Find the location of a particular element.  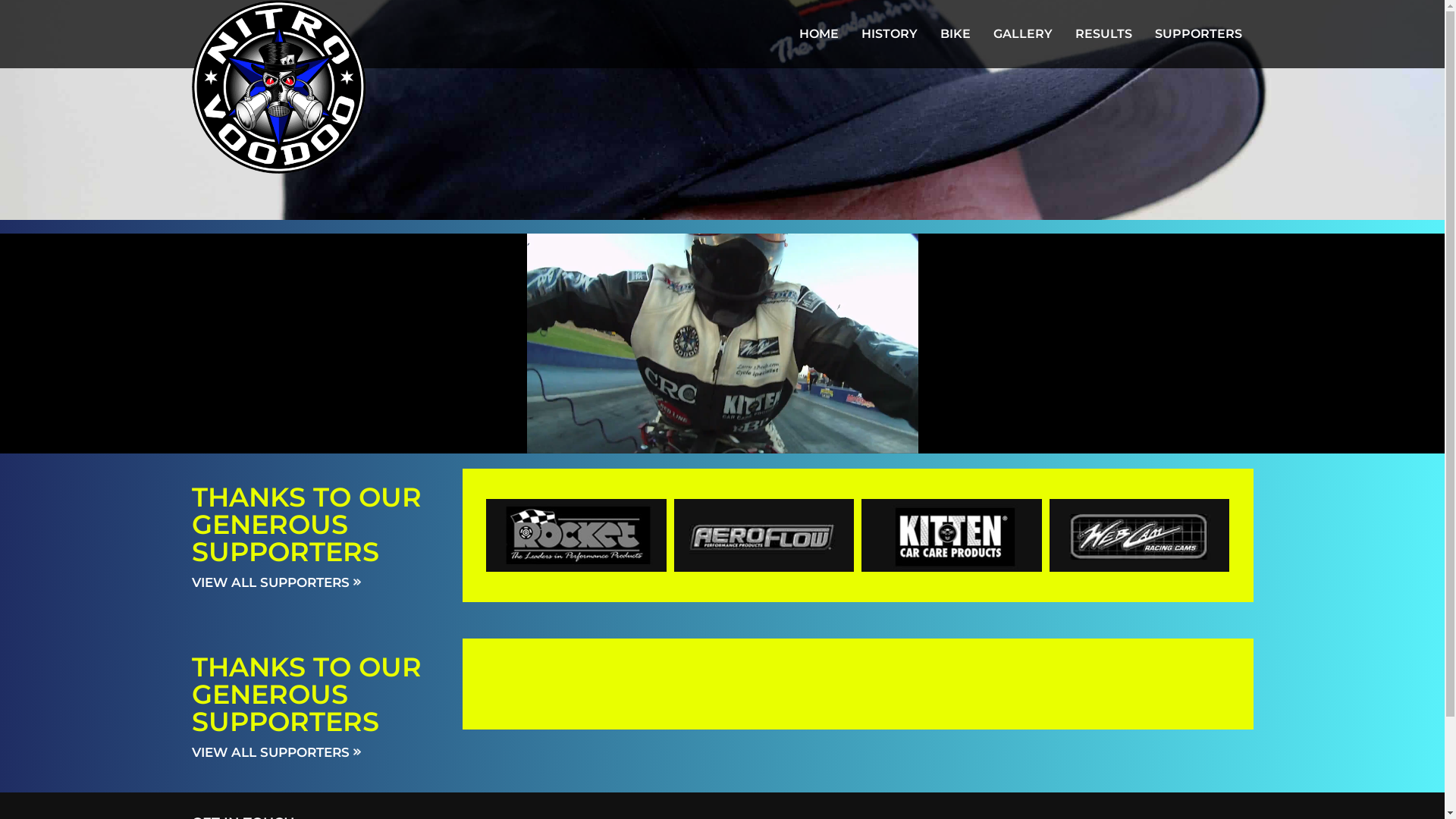

'VIEW ALL SUPPORTERS' is located at coordinates (190, 581).